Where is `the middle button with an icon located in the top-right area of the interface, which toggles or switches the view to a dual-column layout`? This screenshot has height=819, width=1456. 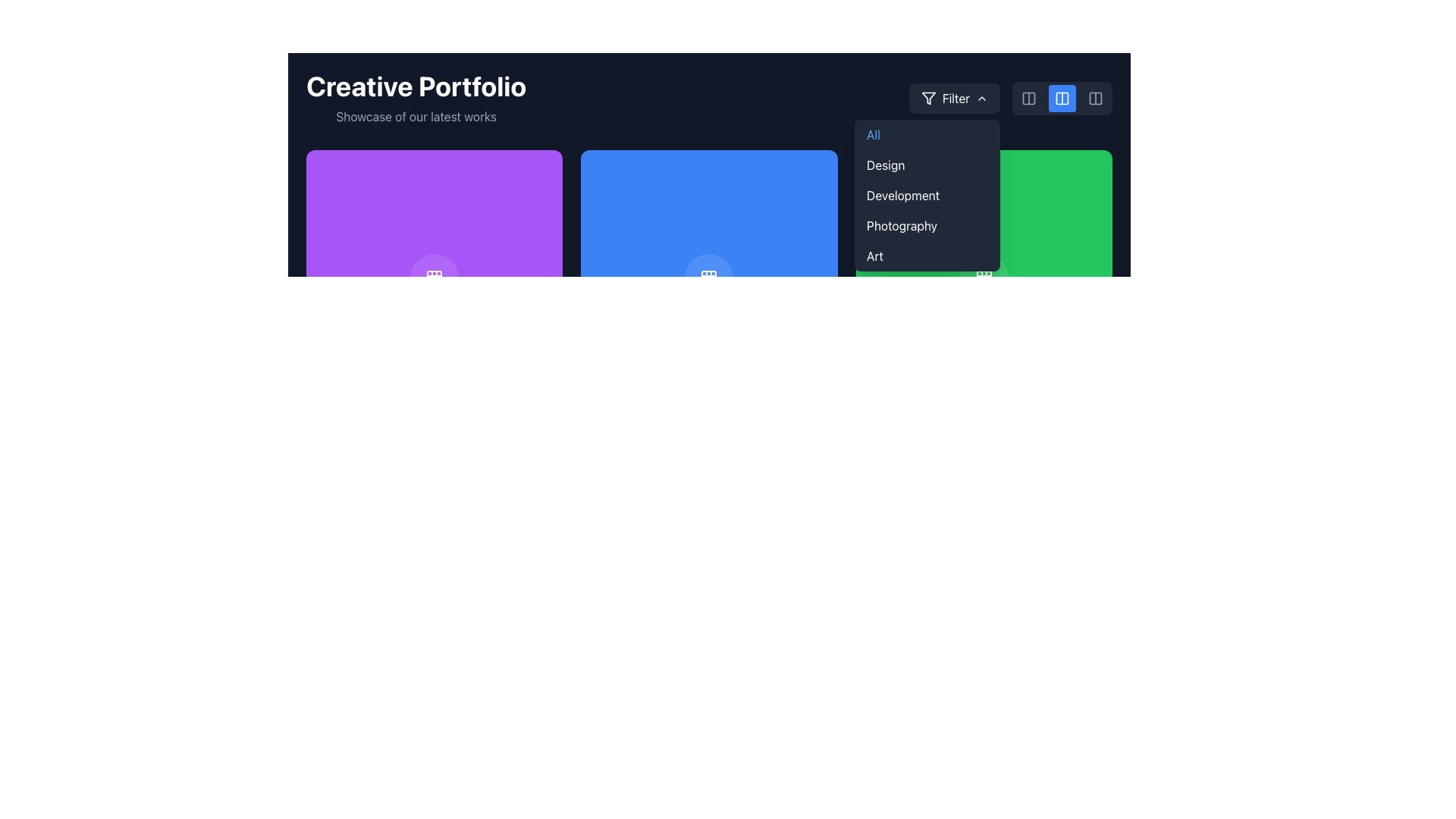
the middle button with an icon located in the top-right area of the interface, which toggles or switches the view to a dual-column layout is located at coordinates (1062, 99).